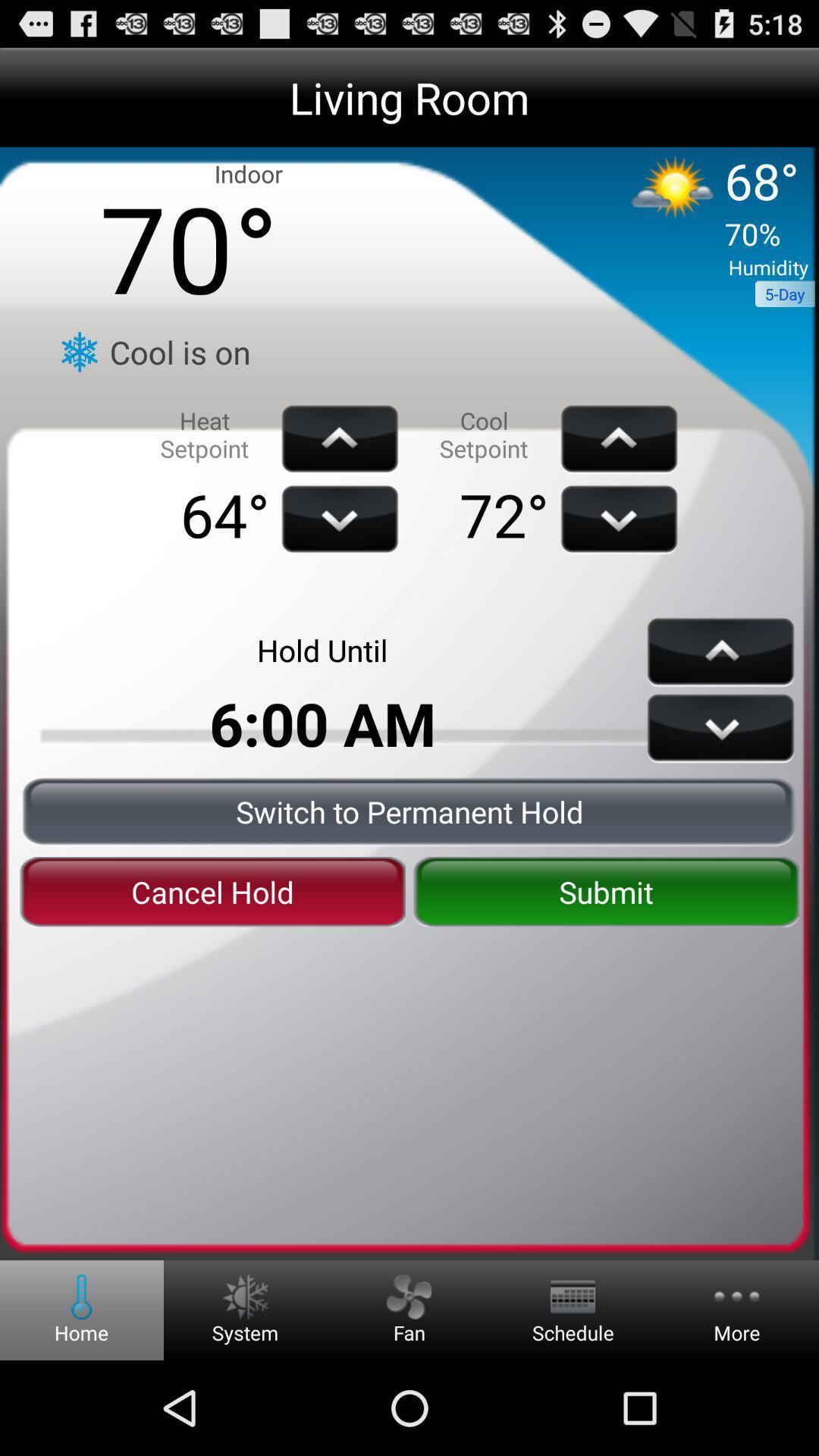 The height and width of the screenshot is (1456, 819). What do you see at coordinates (785, 293) in the screenshot?
I see `the 5-day` at bounding box center [785, 293].